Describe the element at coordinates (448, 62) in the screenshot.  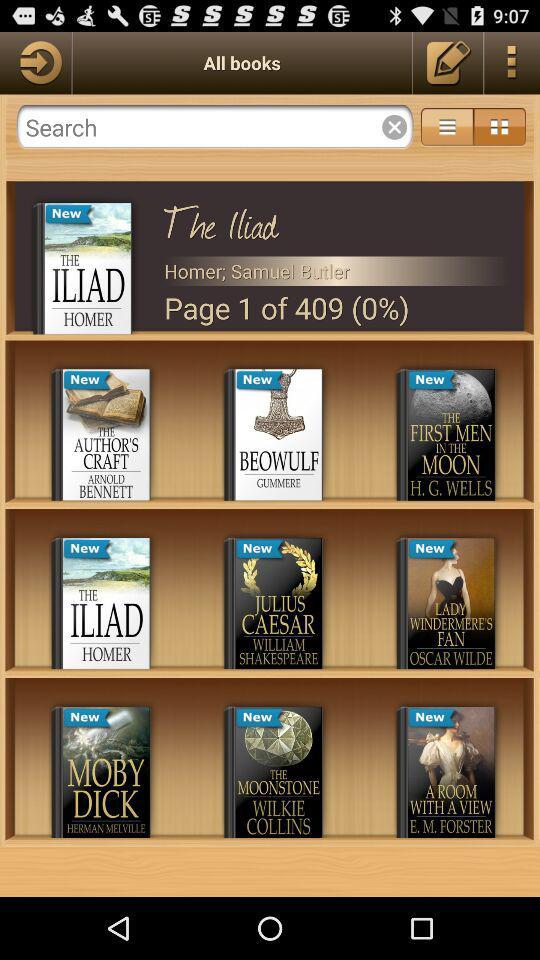
I see `notepad` at that location.